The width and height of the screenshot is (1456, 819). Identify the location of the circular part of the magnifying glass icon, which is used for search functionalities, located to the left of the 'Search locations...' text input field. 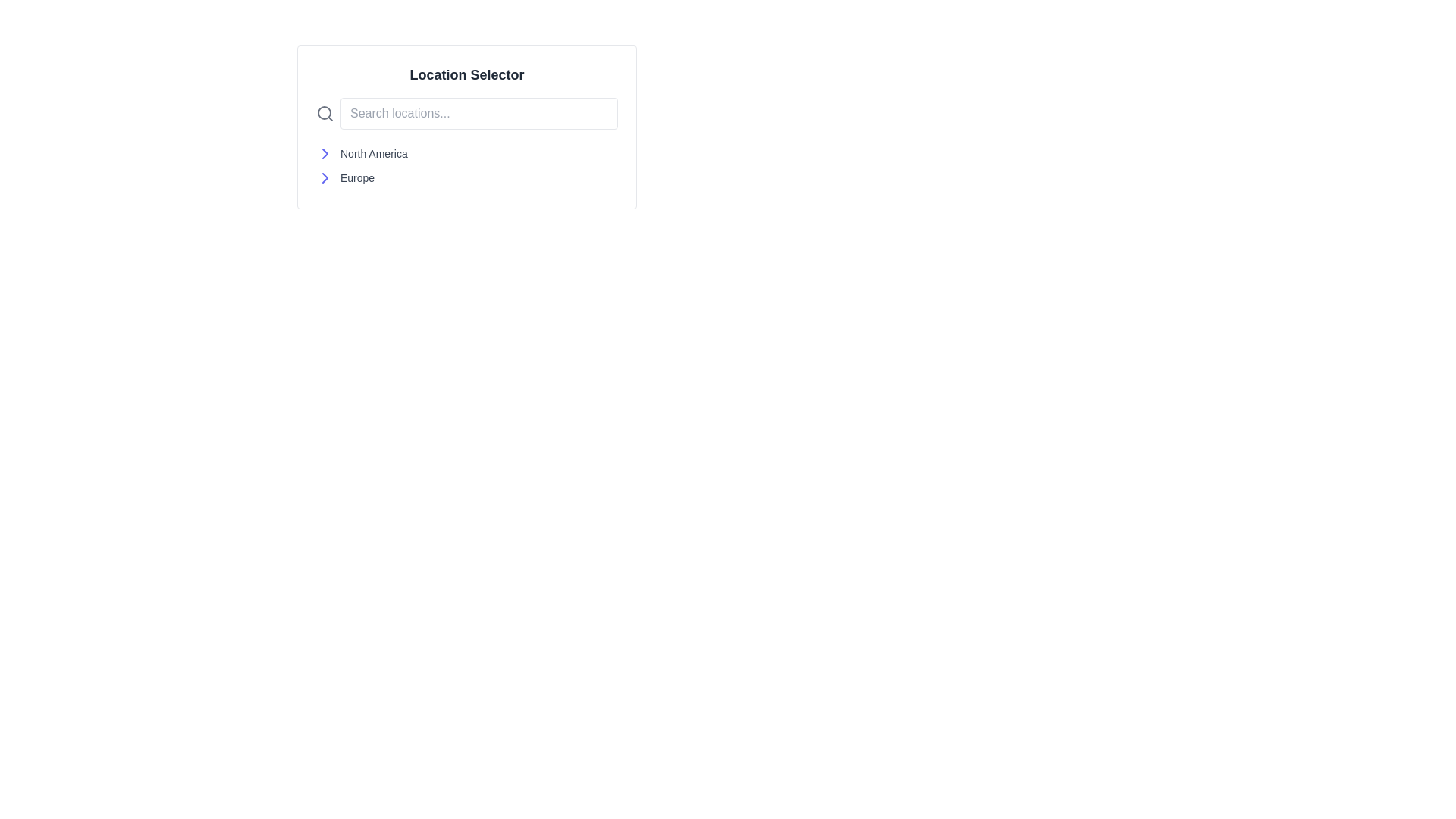
(323, 112).